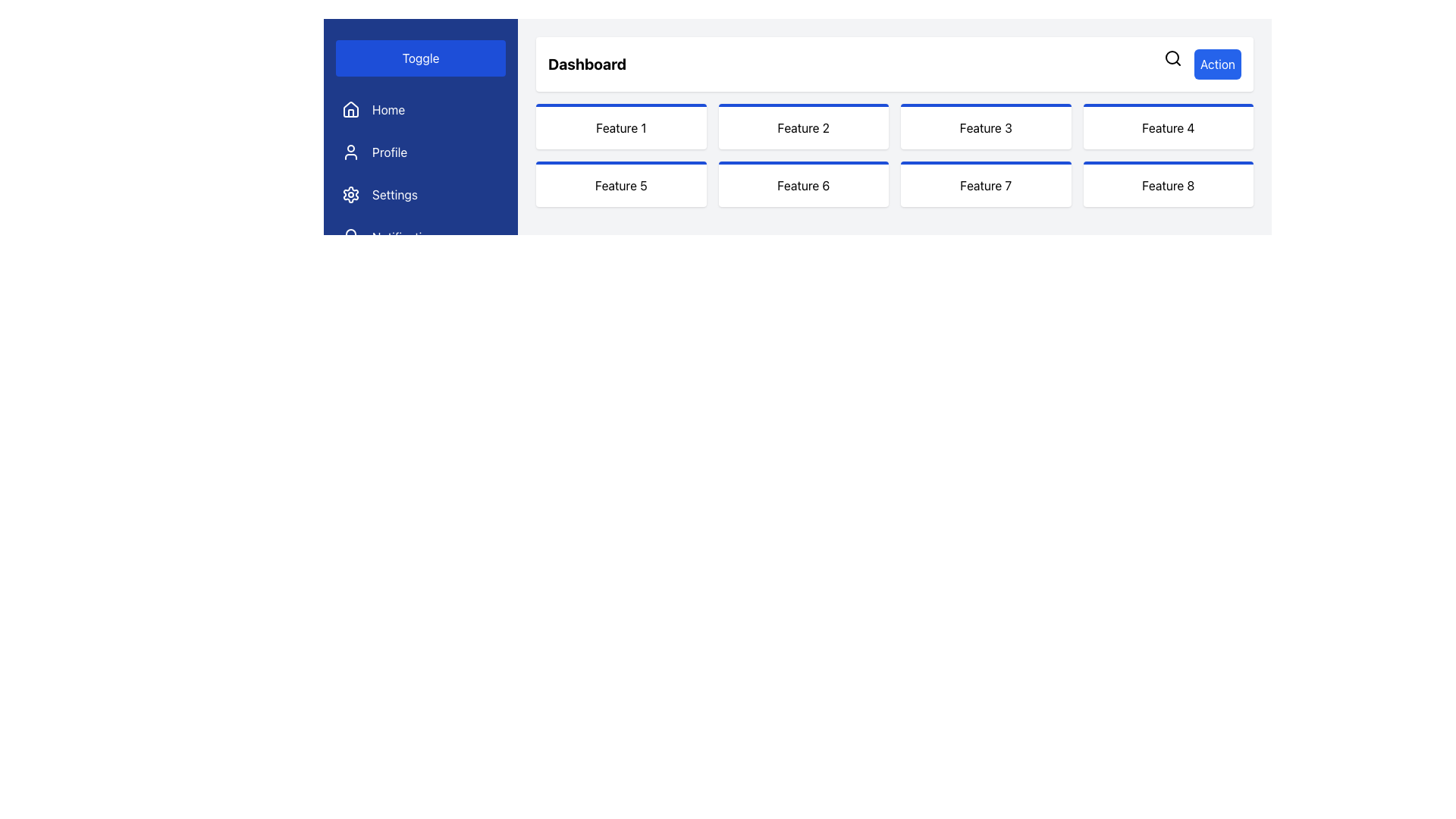 This screenshot has height=819, width=1456. What do you see at coordinates (350, 194) in the screenshot?
I see `the 'Settings' icon in the sidebar navigation menu, which is the third option below 'Home' and 'Profile', aligned to the left beside the text 'Settings'` at bounding box center [350, 194].